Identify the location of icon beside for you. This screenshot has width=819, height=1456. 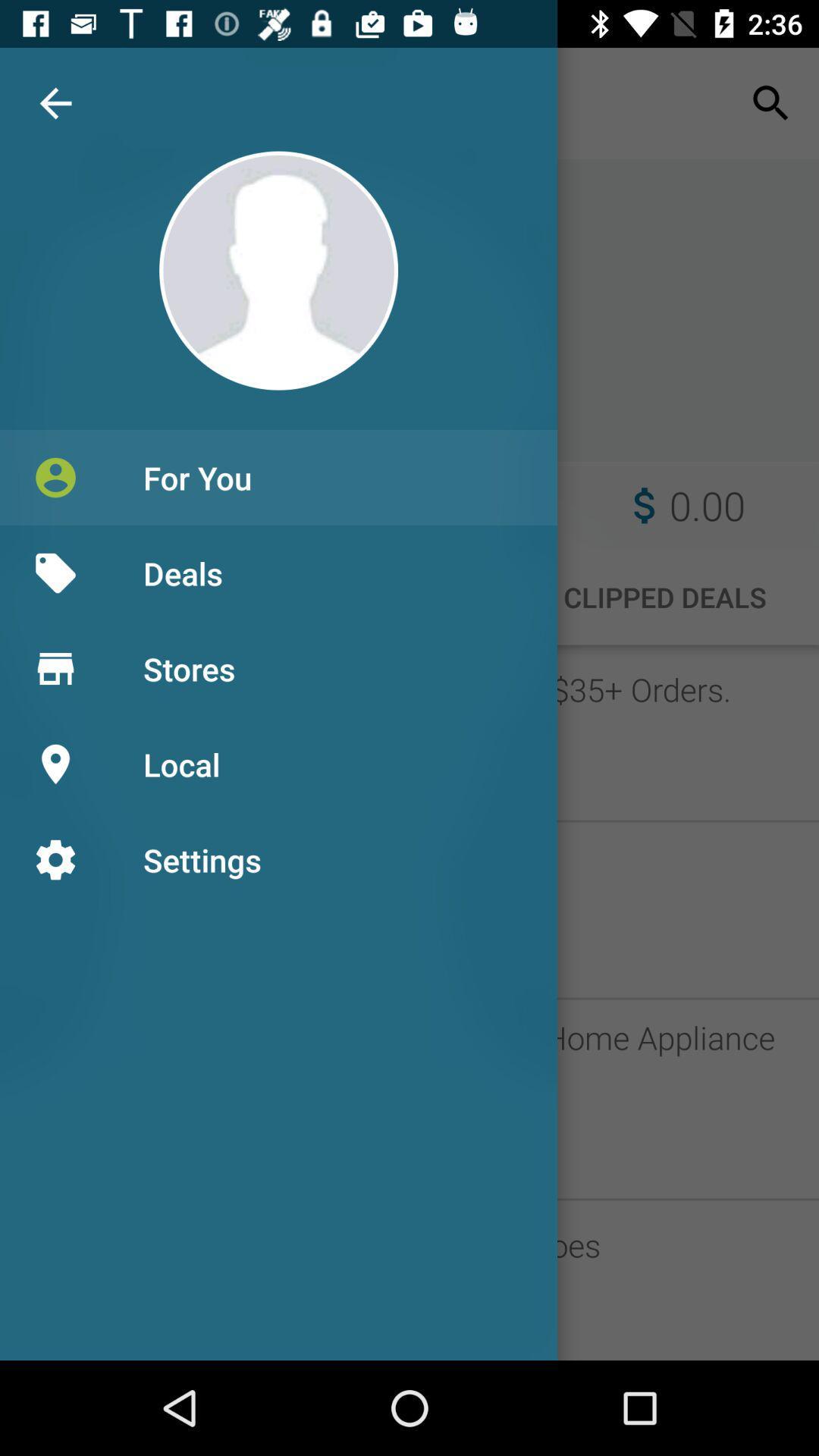
(55, 477).